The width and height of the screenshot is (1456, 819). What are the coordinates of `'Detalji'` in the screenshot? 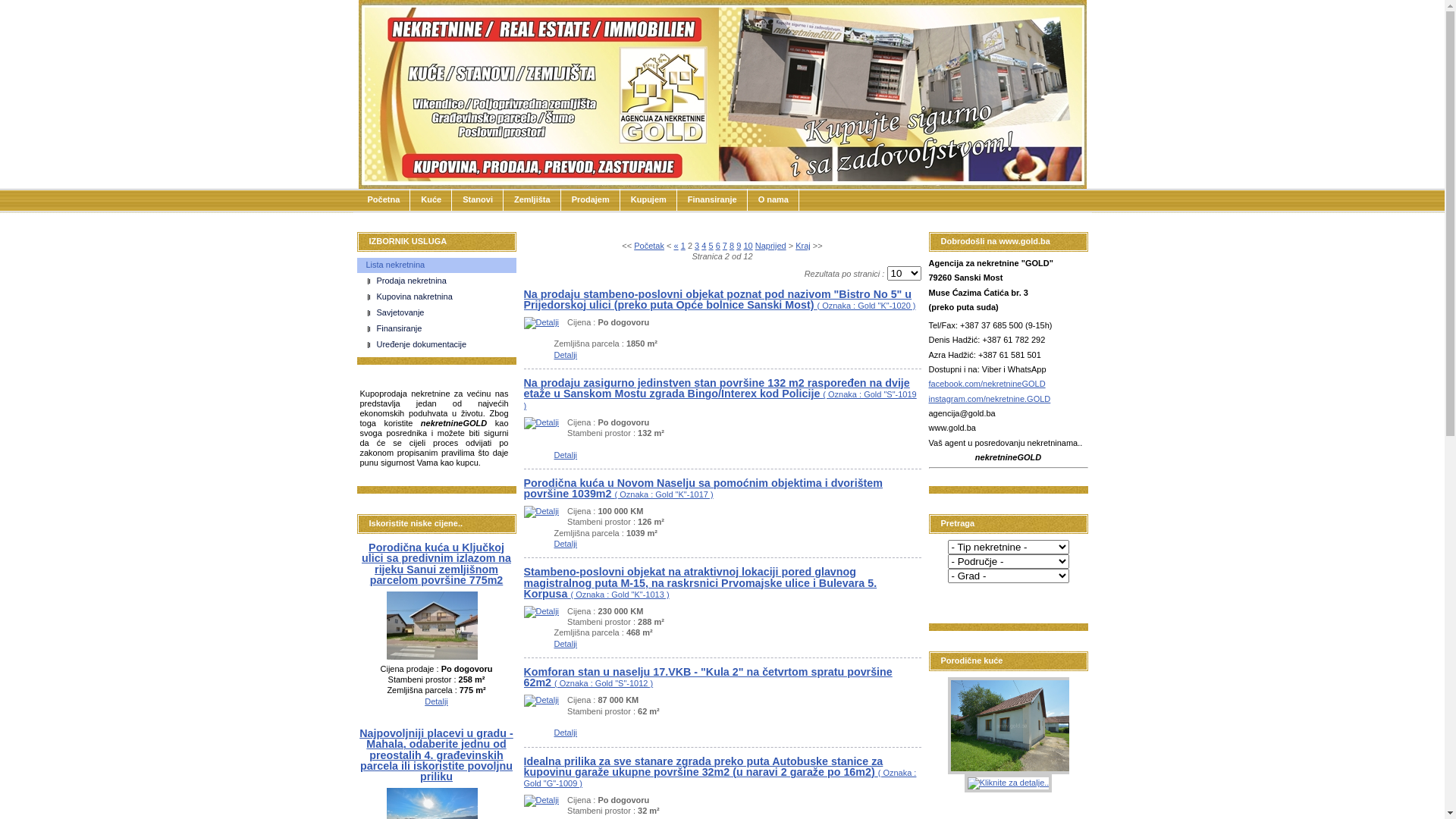 It's located at (523, 321).